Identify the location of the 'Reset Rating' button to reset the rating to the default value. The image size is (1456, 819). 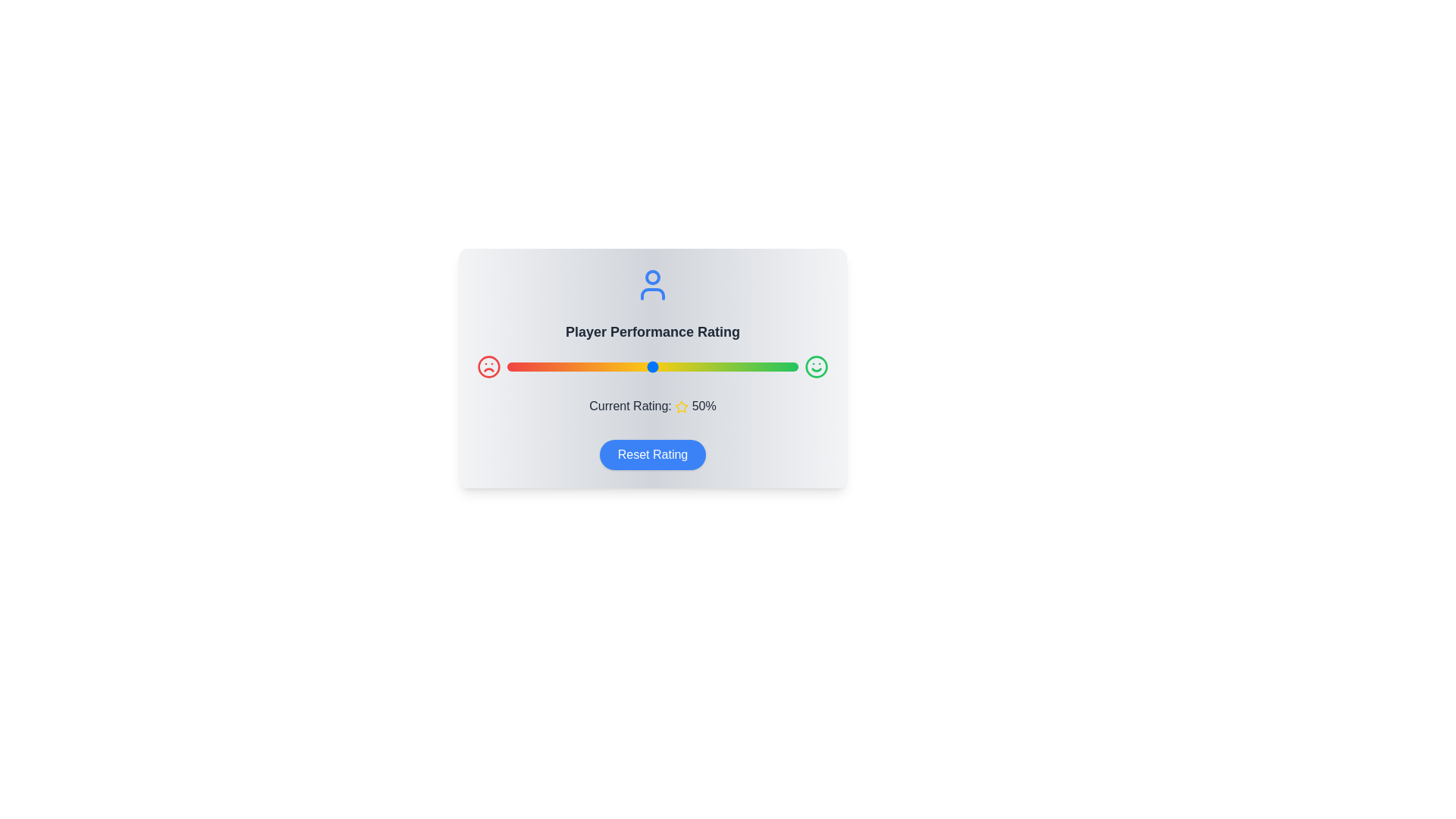
(652, 454).